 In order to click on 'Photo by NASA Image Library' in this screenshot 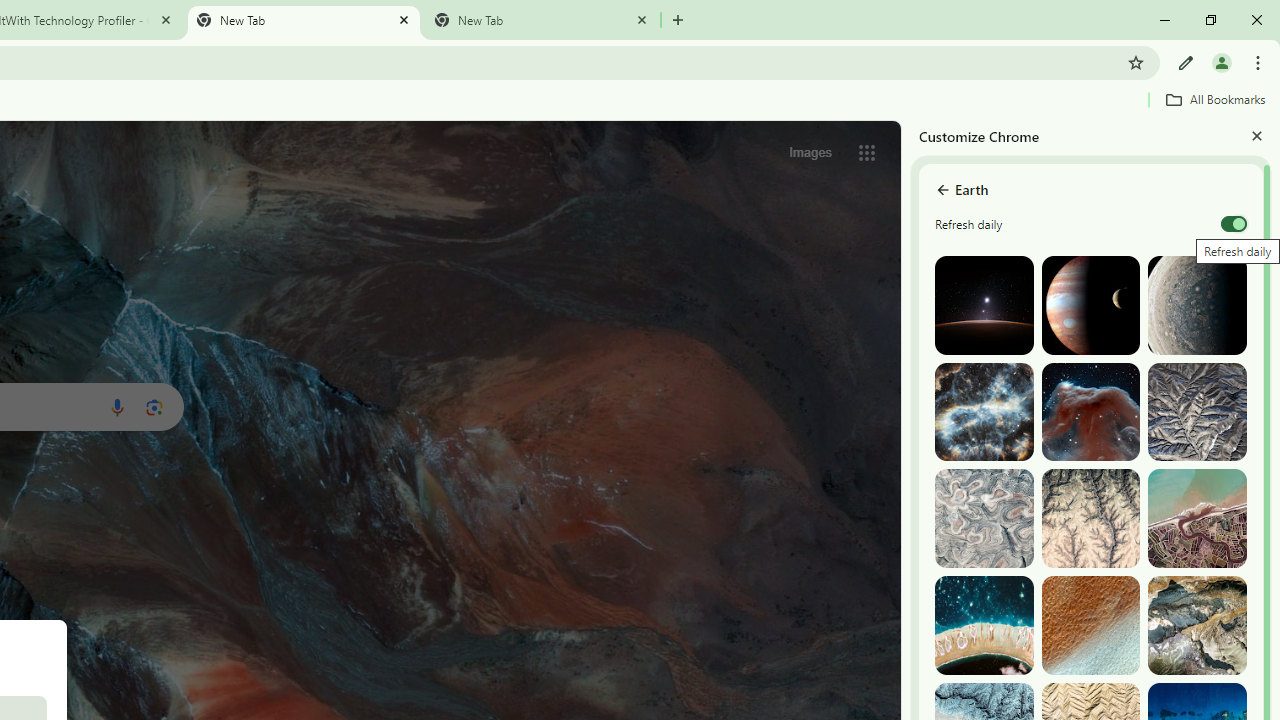, I will do `click(1089, 411)`.